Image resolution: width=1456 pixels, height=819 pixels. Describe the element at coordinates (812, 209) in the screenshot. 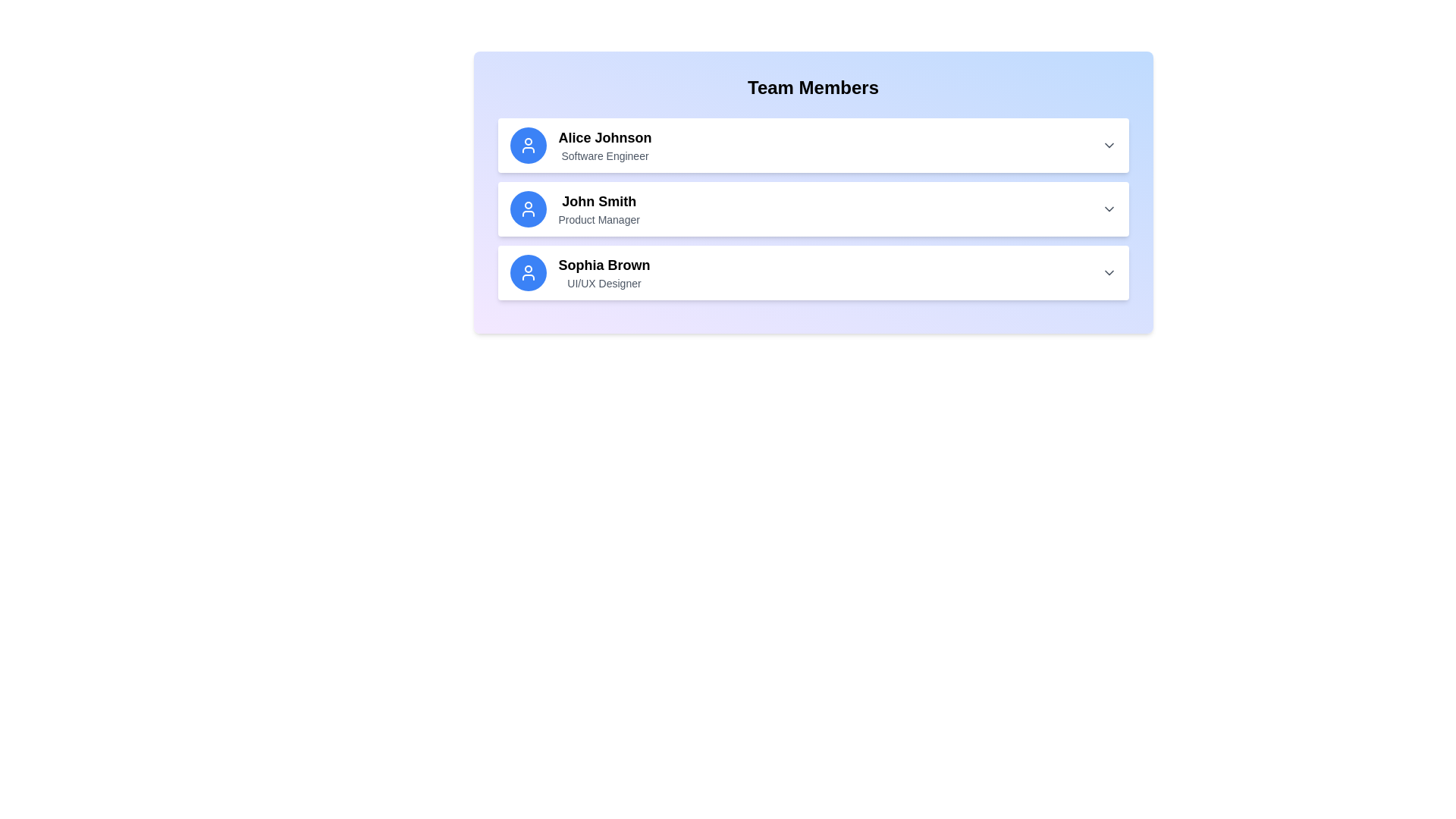

I see `the name on the second Profile Card in the 'Team Members' section` at that location.